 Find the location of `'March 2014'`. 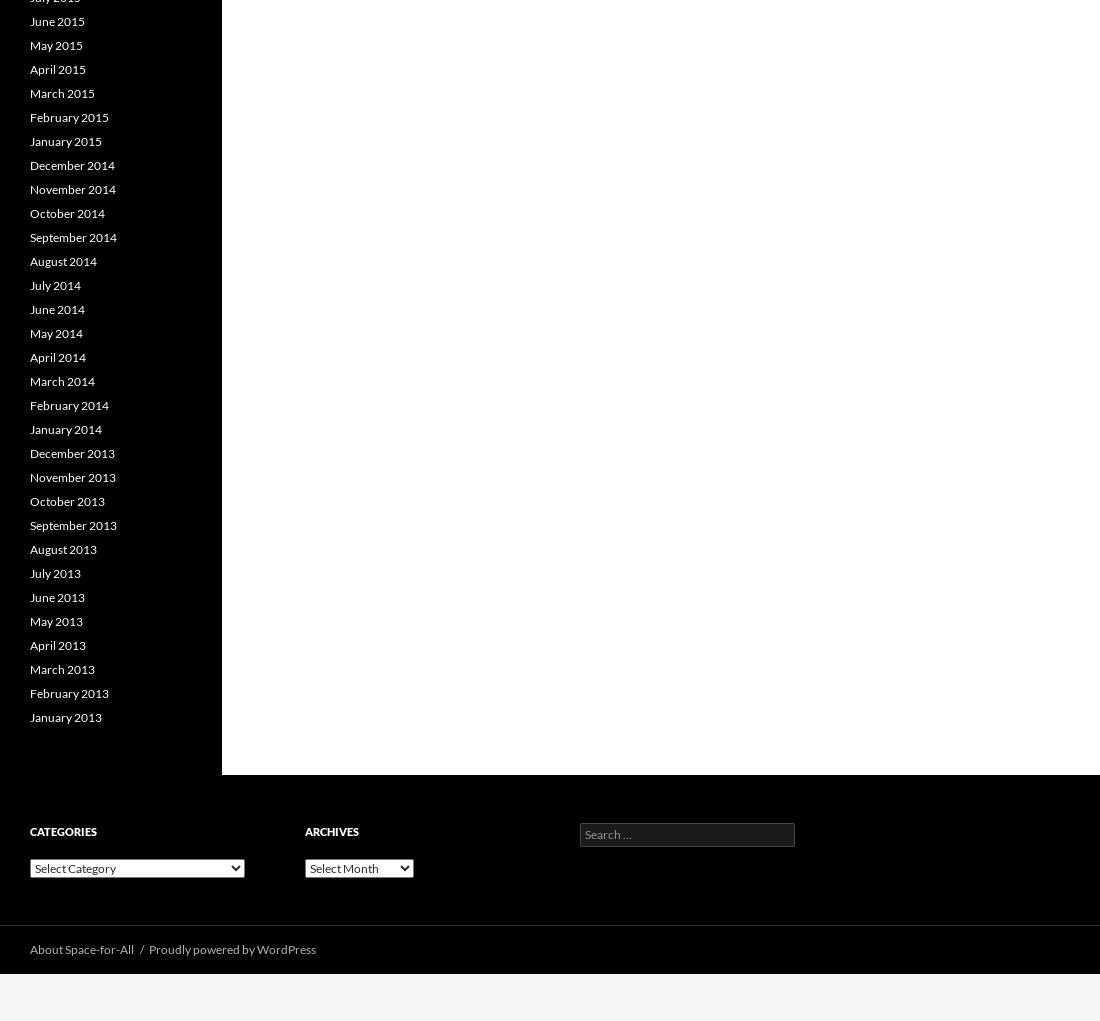

'March 2014' is located at coordinates (61, 381).